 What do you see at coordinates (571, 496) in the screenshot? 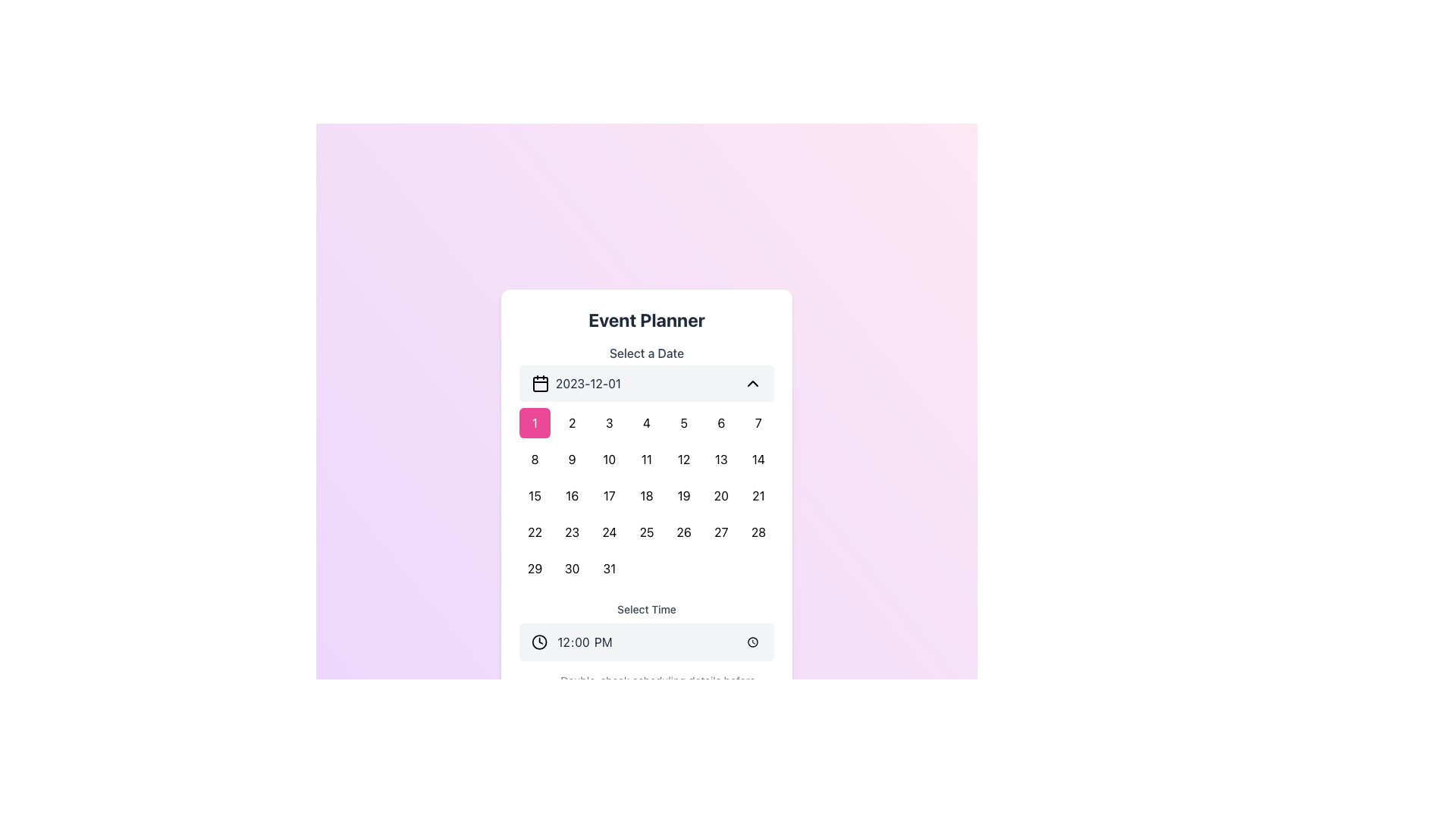
I see `the day selector button for the 16th day of the month in the calendar grid located in the third row and second column` at bounding box center [571, 496].